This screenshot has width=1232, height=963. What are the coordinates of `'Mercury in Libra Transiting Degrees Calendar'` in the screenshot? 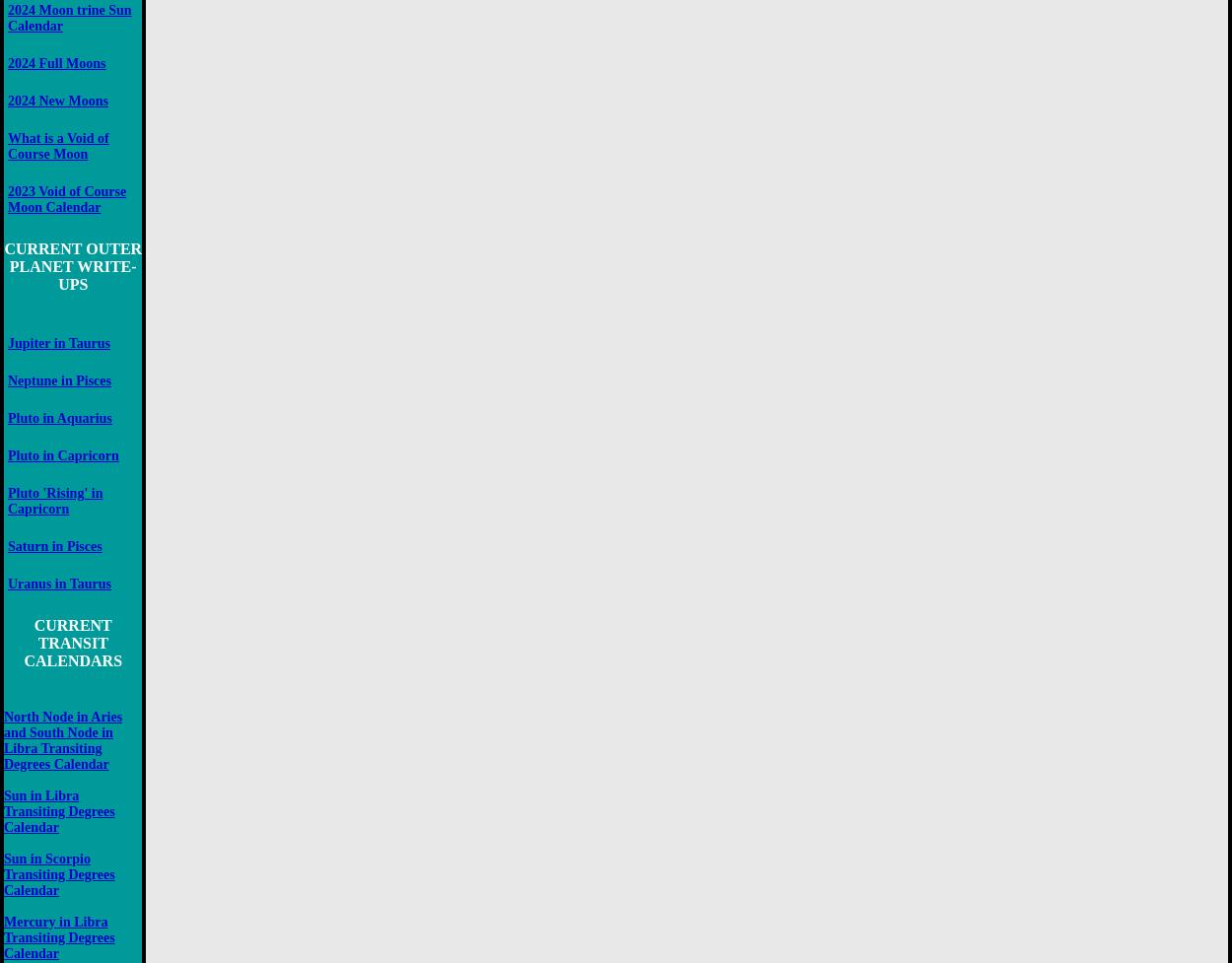 It's located at (59, 935).